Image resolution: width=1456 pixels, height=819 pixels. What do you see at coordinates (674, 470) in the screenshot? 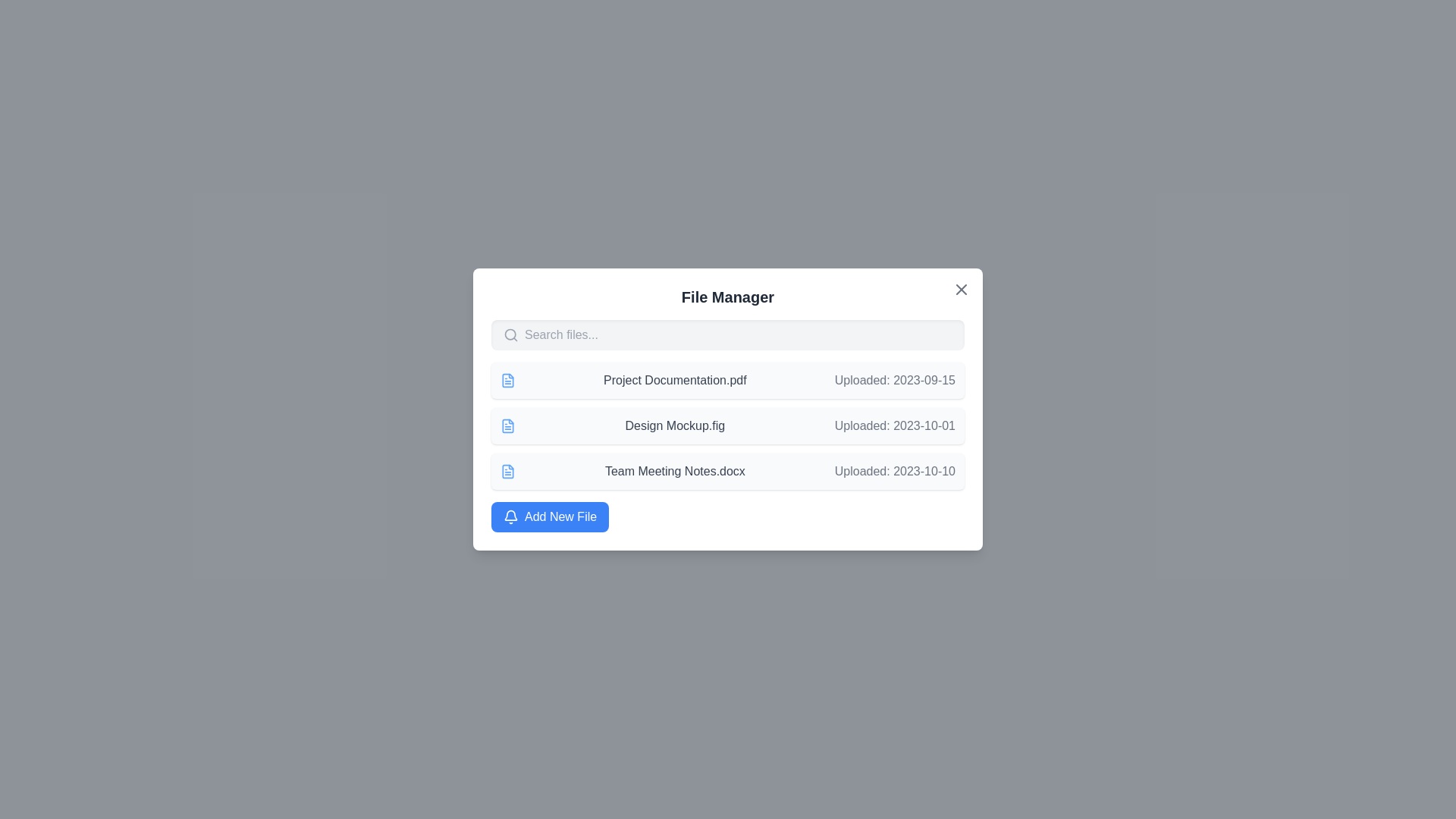
I see `the text display element showing the file name 'Team Meeting Notes.docx', which is the third item in the list of file entries in the file manager dialog` at bounding box center [674, 470].